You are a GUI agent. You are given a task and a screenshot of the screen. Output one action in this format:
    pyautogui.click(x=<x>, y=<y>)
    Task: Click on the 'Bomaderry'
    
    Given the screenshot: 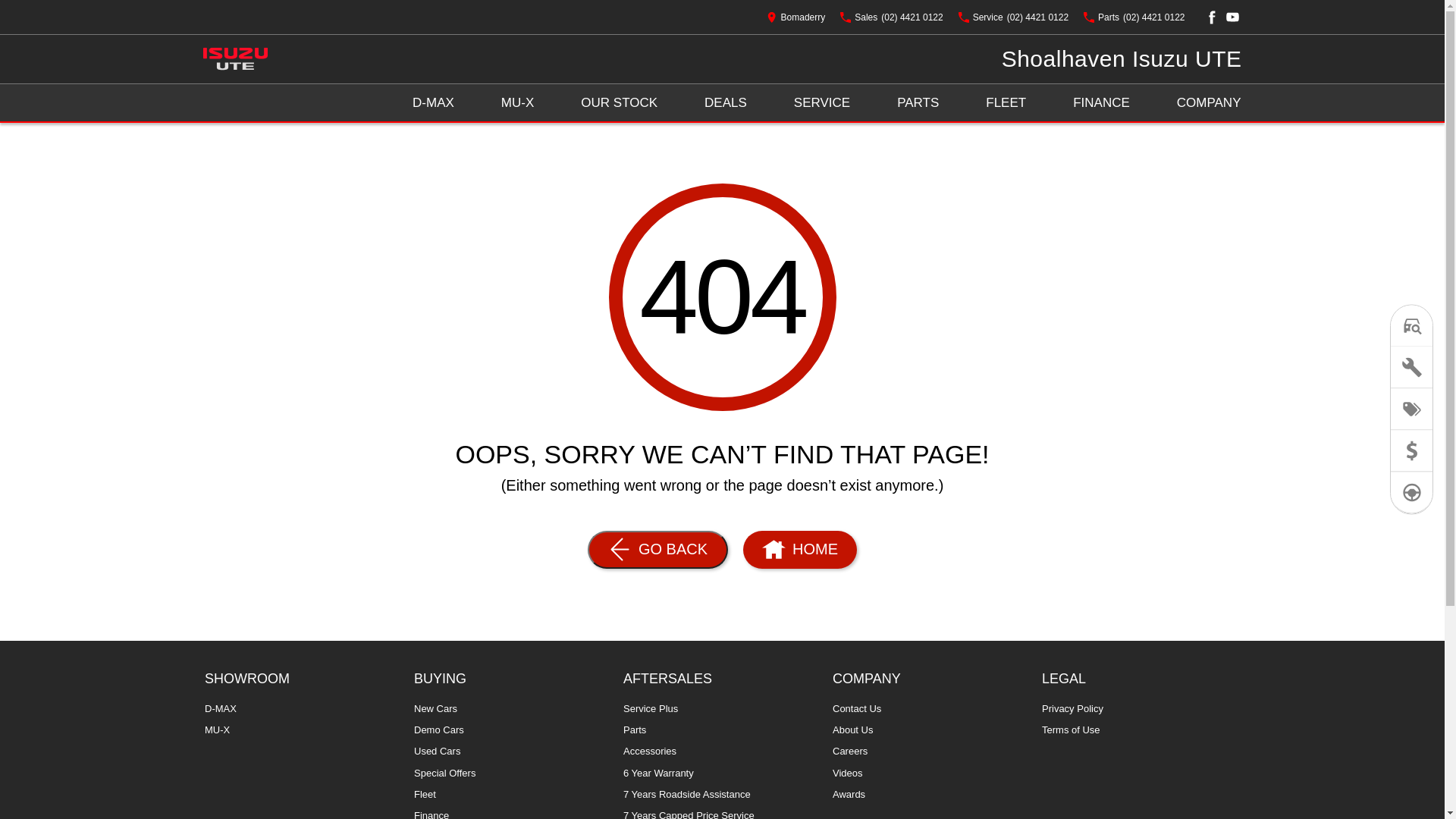 What is the action you would take?
    pyautogui.click(x=795, y=17)
    